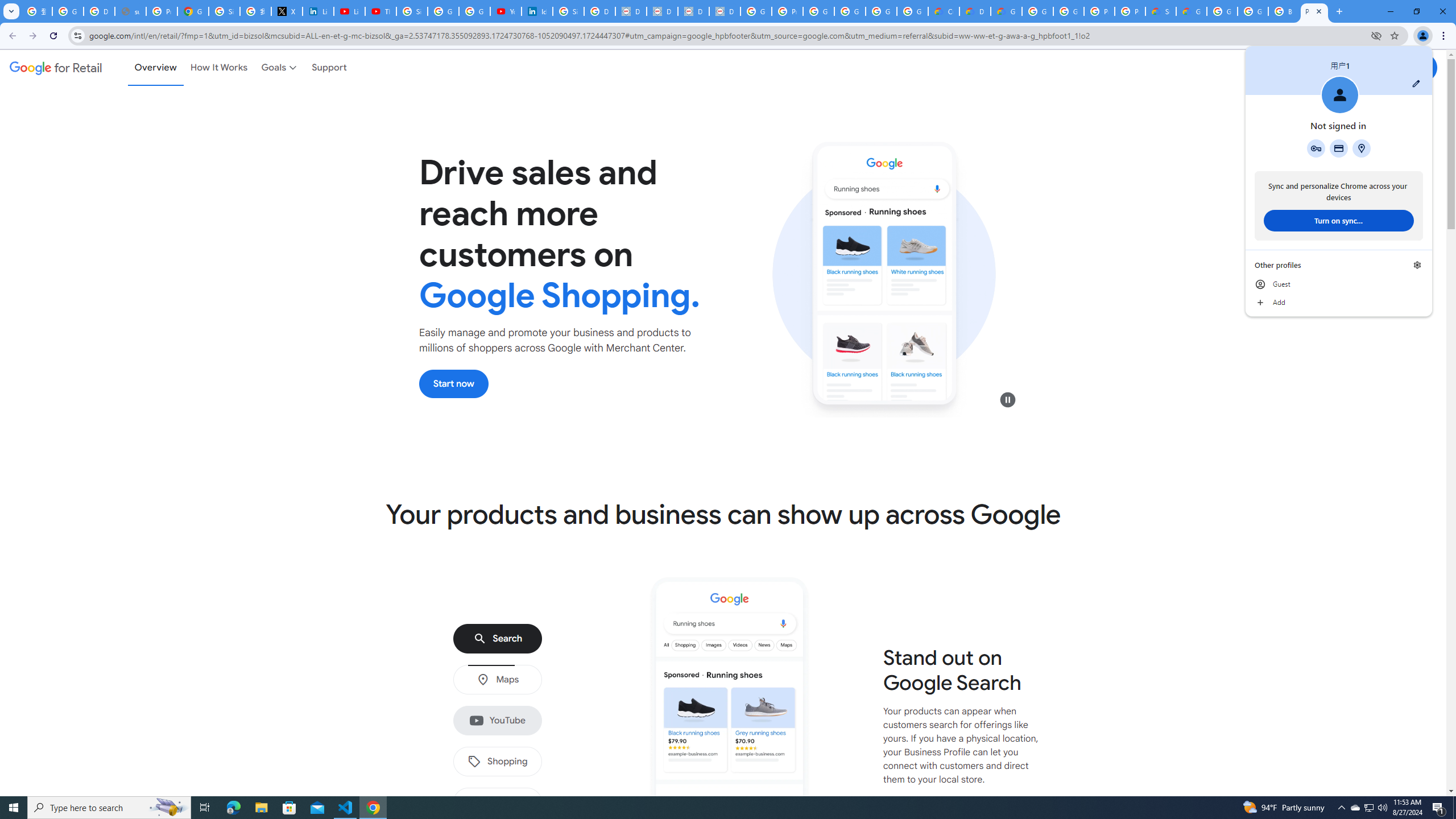 This screenshot has width=1456, height=819. I want to click on 'Payment methods', so click(1338, 148).